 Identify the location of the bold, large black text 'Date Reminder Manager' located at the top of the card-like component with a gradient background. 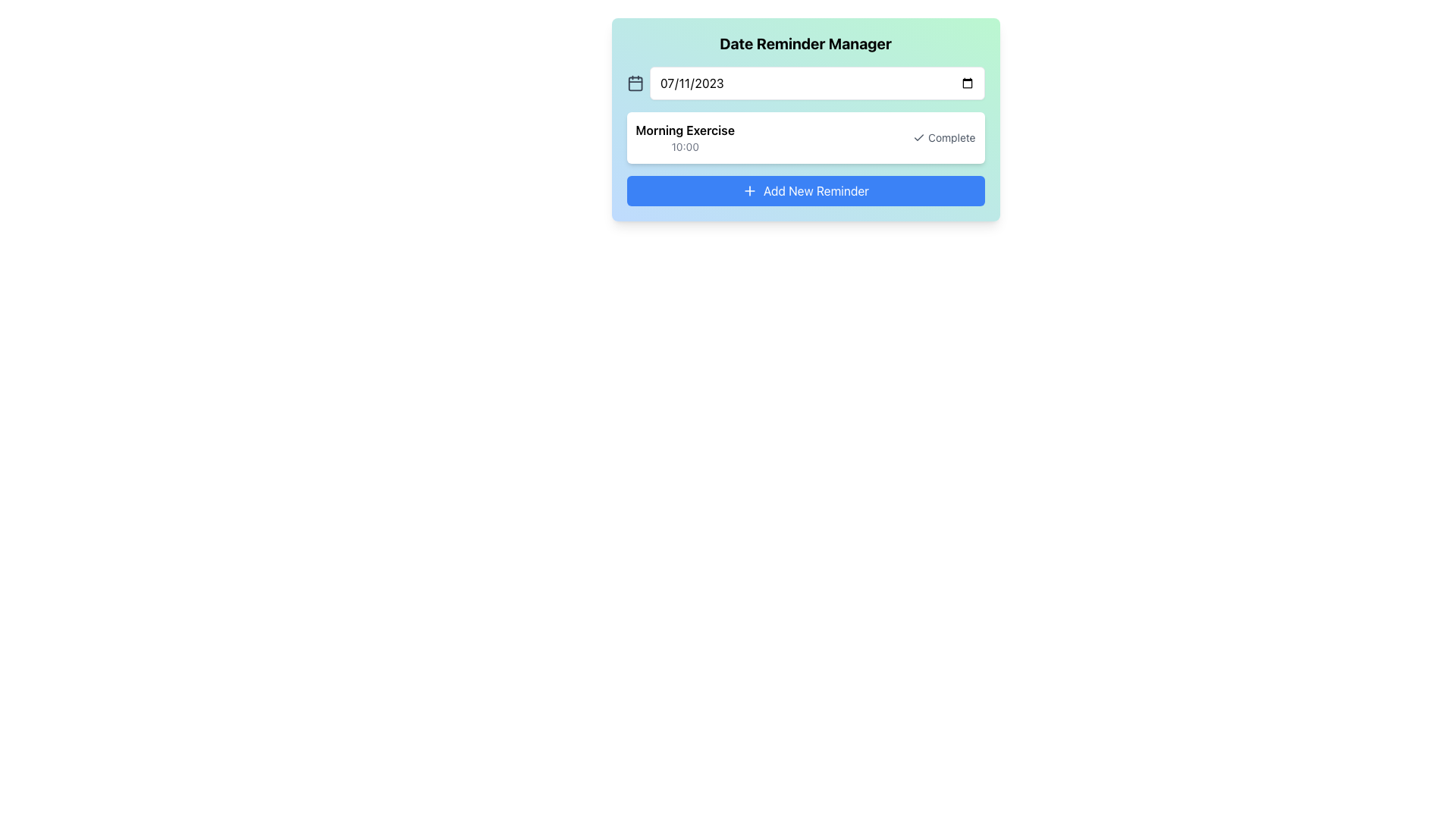
(805, 42).